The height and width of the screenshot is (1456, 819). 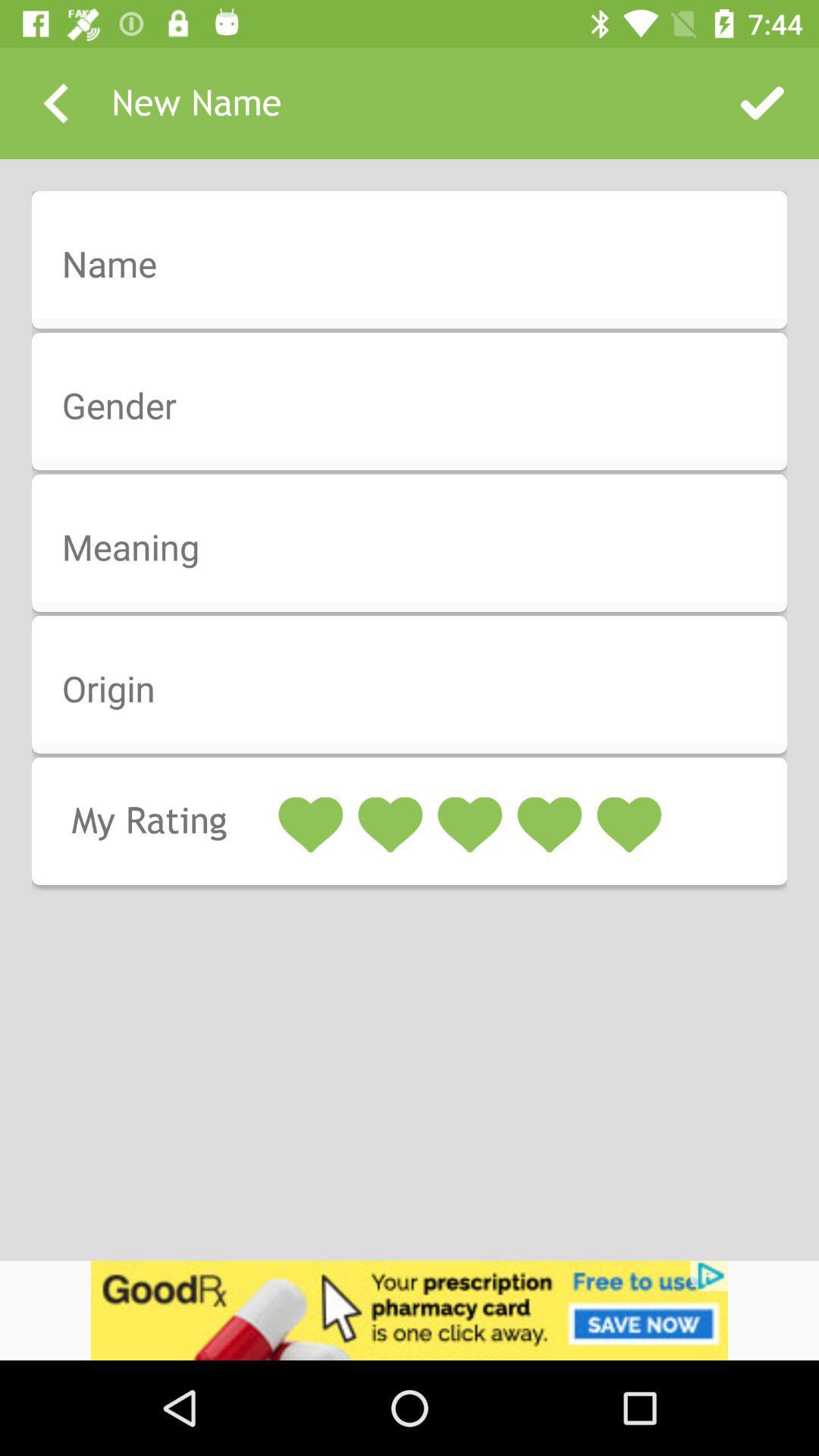 I want to click on input meaning, so click(x=419, y=548).